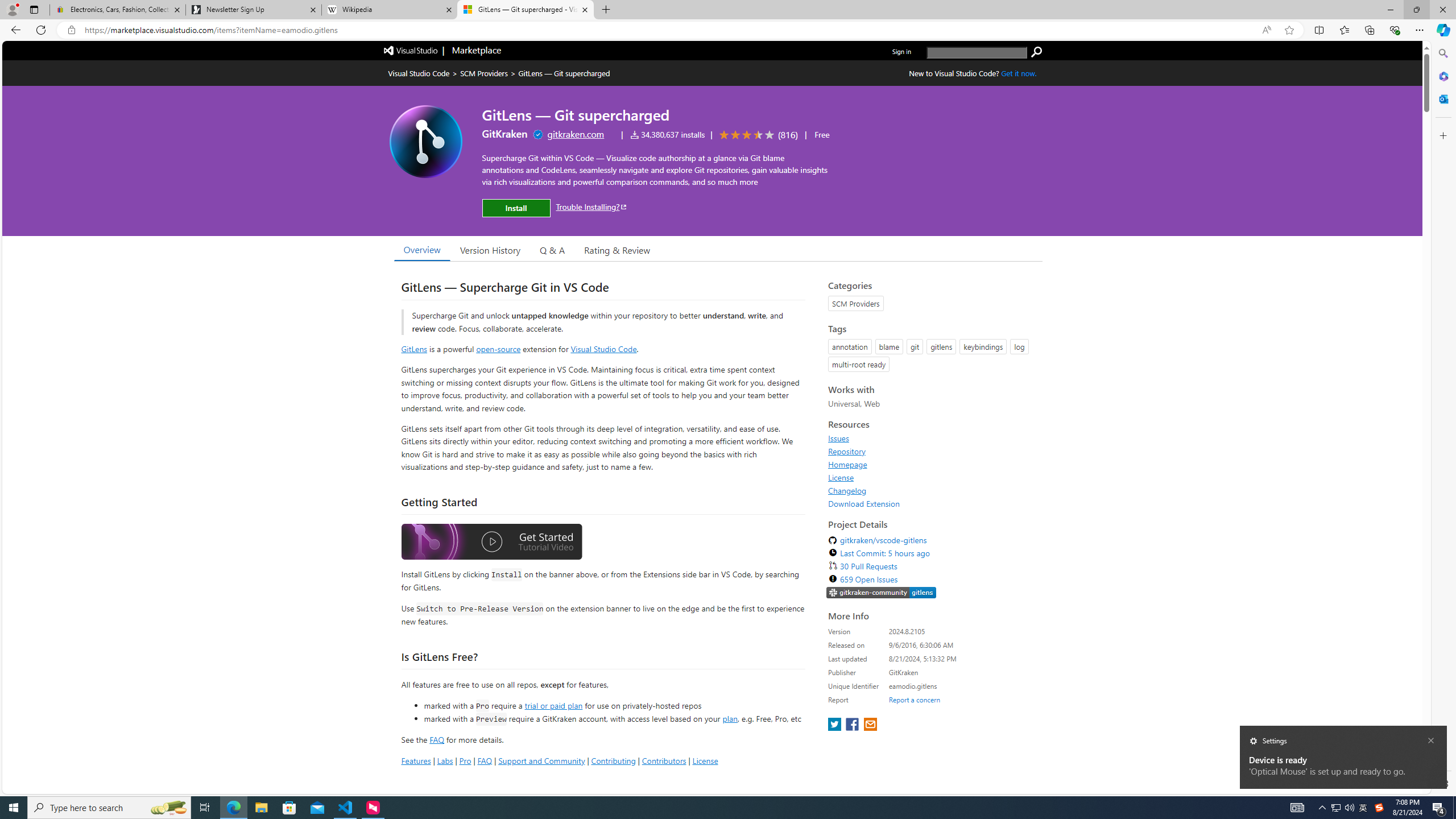 The image size is (1456, 819). What do you see at coordinates (881, 593) in the screenshot?
I see `'https://slack.gitkraken.com//'` at bounding box center [881, 593].